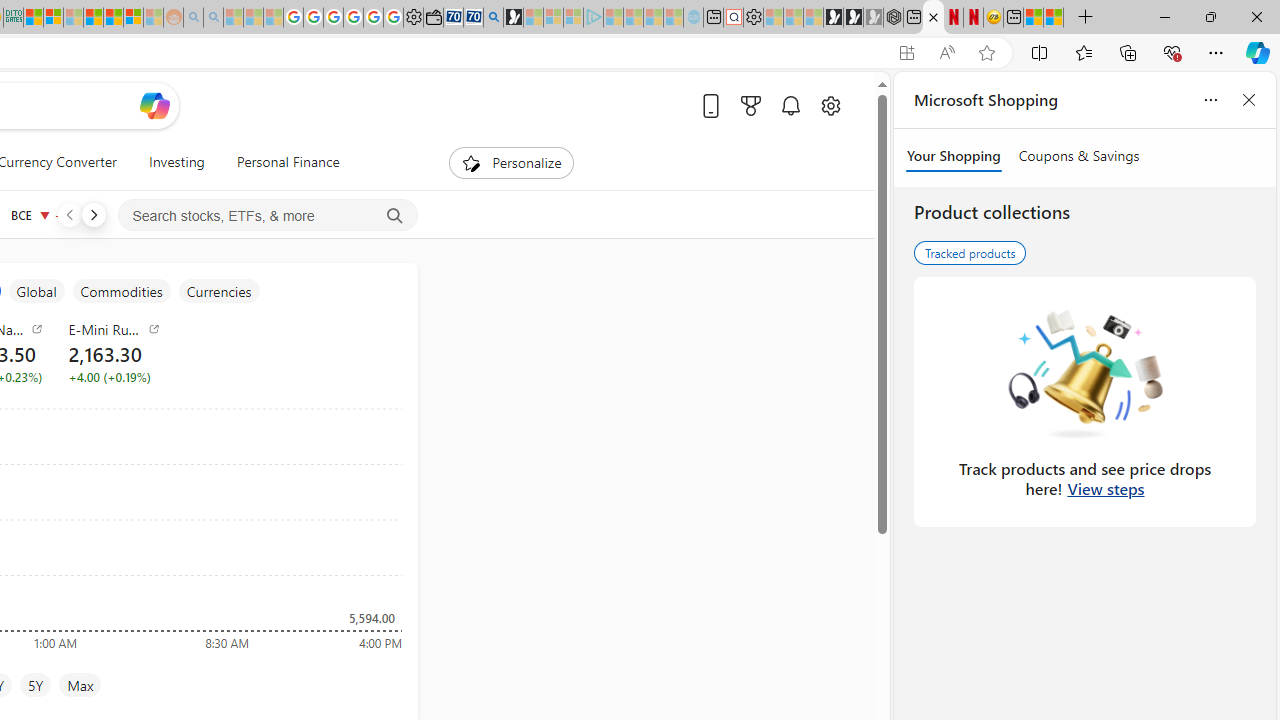 Image resolution: width=1280 pixels, height=720 pixels. Describe the element at coordinates (1033, 17) in the screenshot. I see `'Wildlife - MSN'` at that location.